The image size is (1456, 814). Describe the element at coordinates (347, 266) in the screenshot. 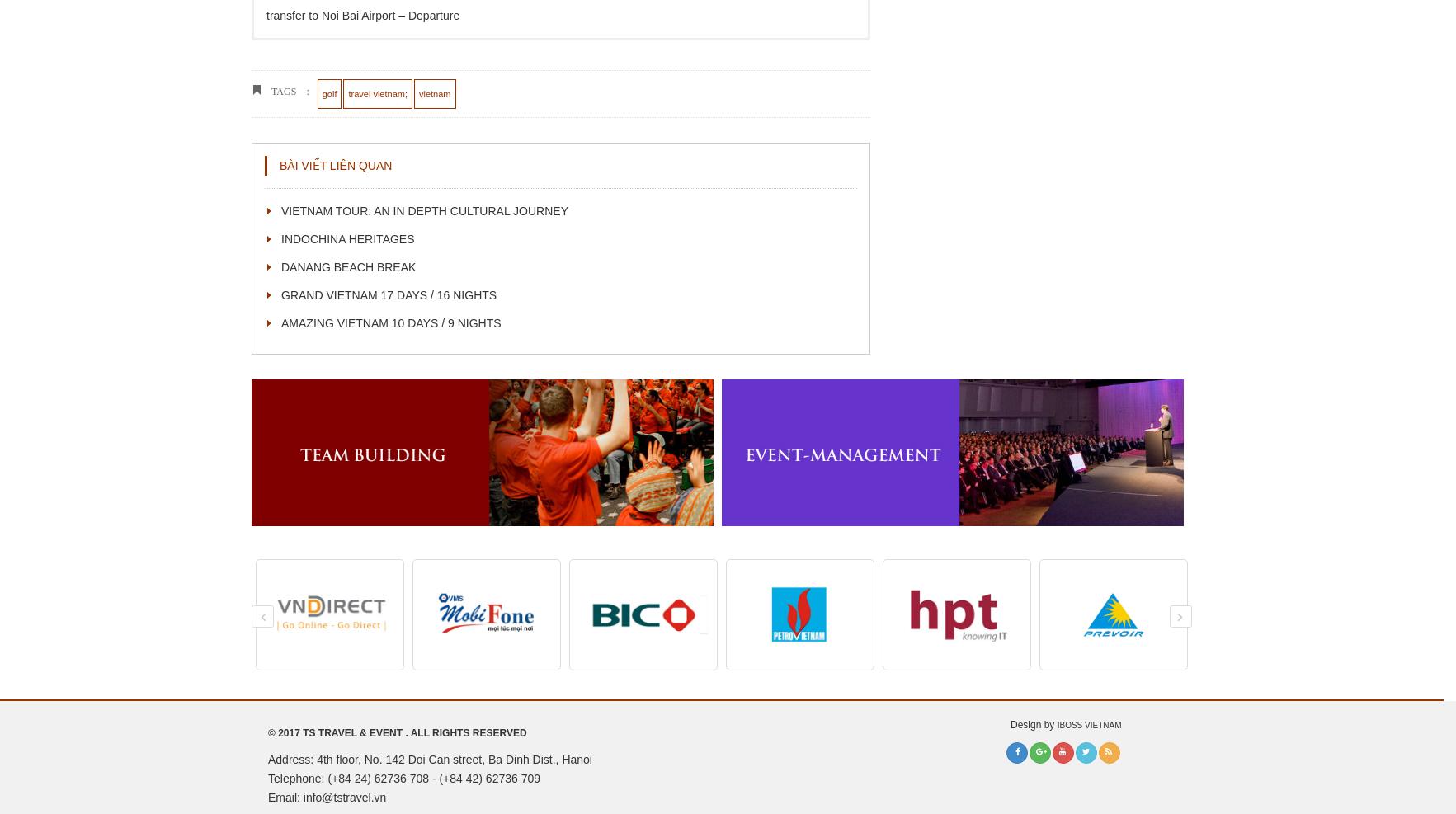

I see `'DANANG BEACH BREAK'` at that location.